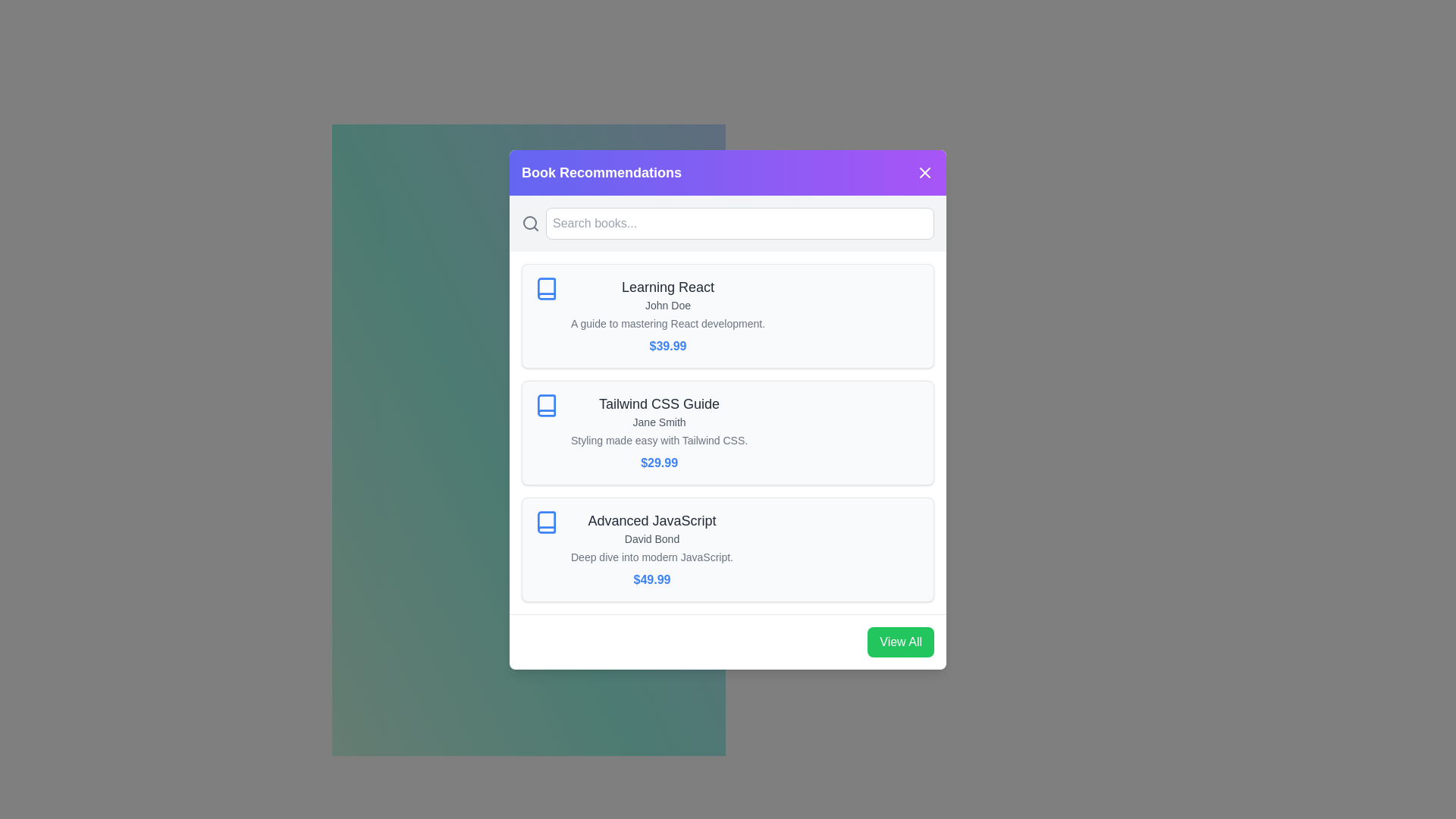  What do you see at coordinates (659, 422) in the screenshot?
I see `the text label displaying the name 'Jane Smith', which is styled in grey and positioned below the title 'Tailwind CSS Guide' within the 'Book Recommendations' modal` at bounding box center [659, 422].